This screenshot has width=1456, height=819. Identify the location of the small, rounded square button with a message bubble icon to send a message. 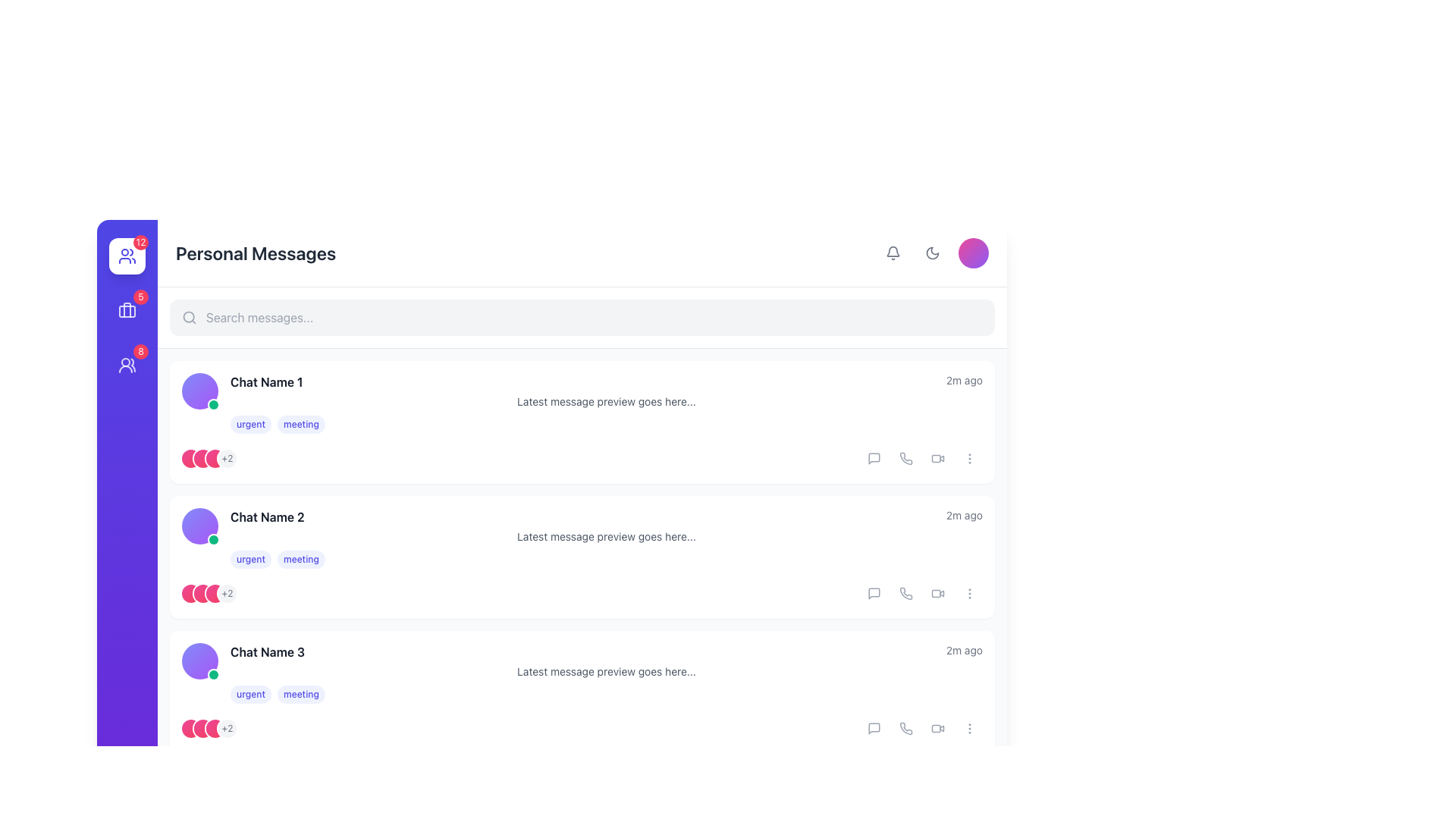
(874, 727).